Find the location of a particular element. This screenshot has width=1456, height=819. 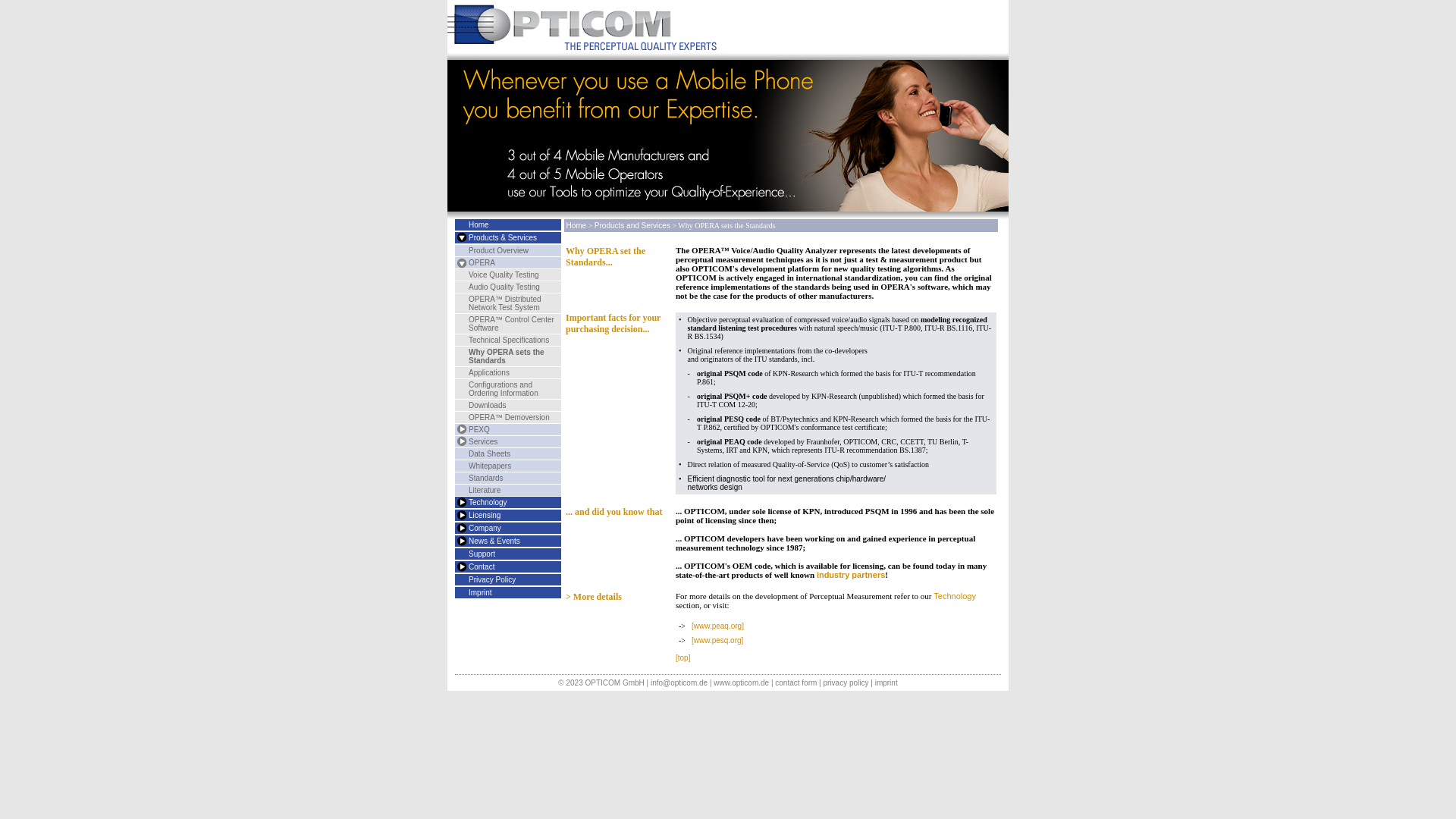

'www.opticom.de' is located at coordinates (741, 682).